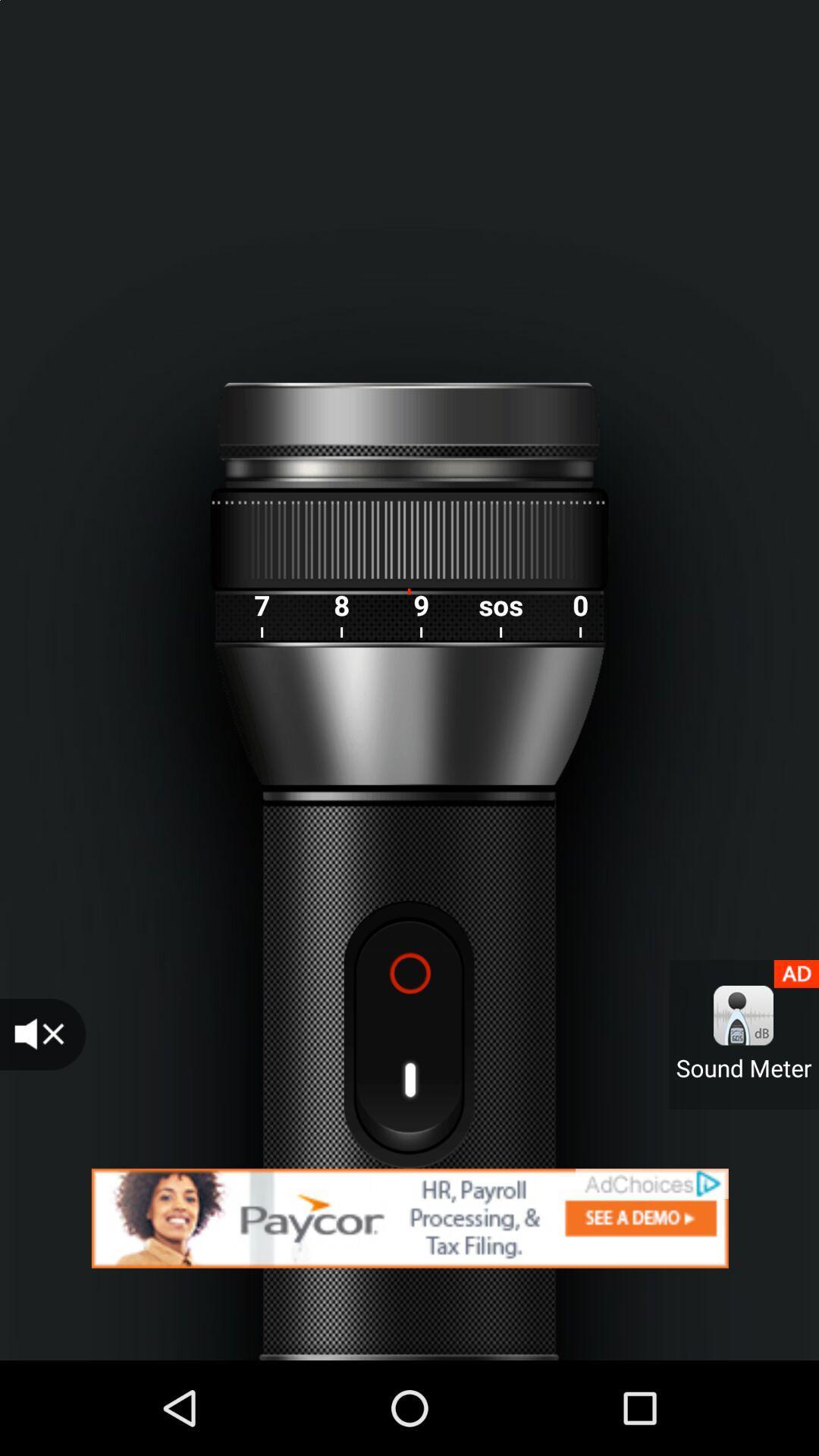 Image resolution: width=819 pixels, height=1456 pixels. Describe the element at coordinates (408, 1034) in the screenshot. I see `record` at that location.